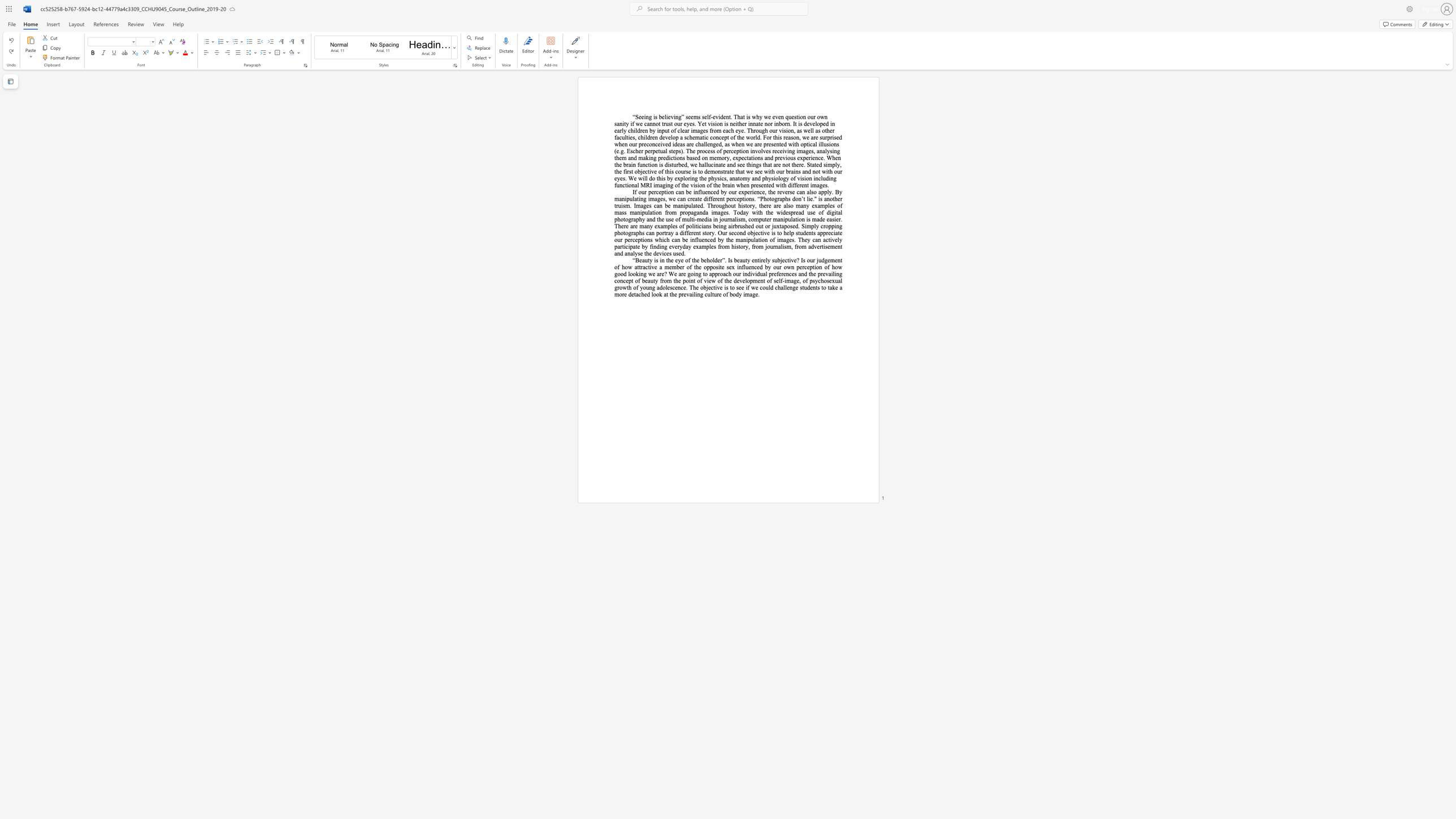  What do you see at coordinates (764, 266) in the screenshot?
I see `the subset text "by our own perception of how good looking we are? We are going to approach our individual preferences and the prevailing concept of beauty from the point of view of the development of self-image, of psychosexual growth of young adolescence. The objective is to see if we could challenge students to take a more detached look at the prevai" within the text "“Beauty is in the eye of the beholder”. Is beauty entirely subjective? Is our judgement of how attractive a member of the opposite sex influenced by our own perception of how good looking we are? We are going to approach our individual preferences and the prevailing concept of beauty from the point of view of the development of self-image, of psychosexual growth of young adolescence. The objective is to see if we could challenge students to take a more detached look at the prevailing culture of body image."` at bounding box center [764, 266].